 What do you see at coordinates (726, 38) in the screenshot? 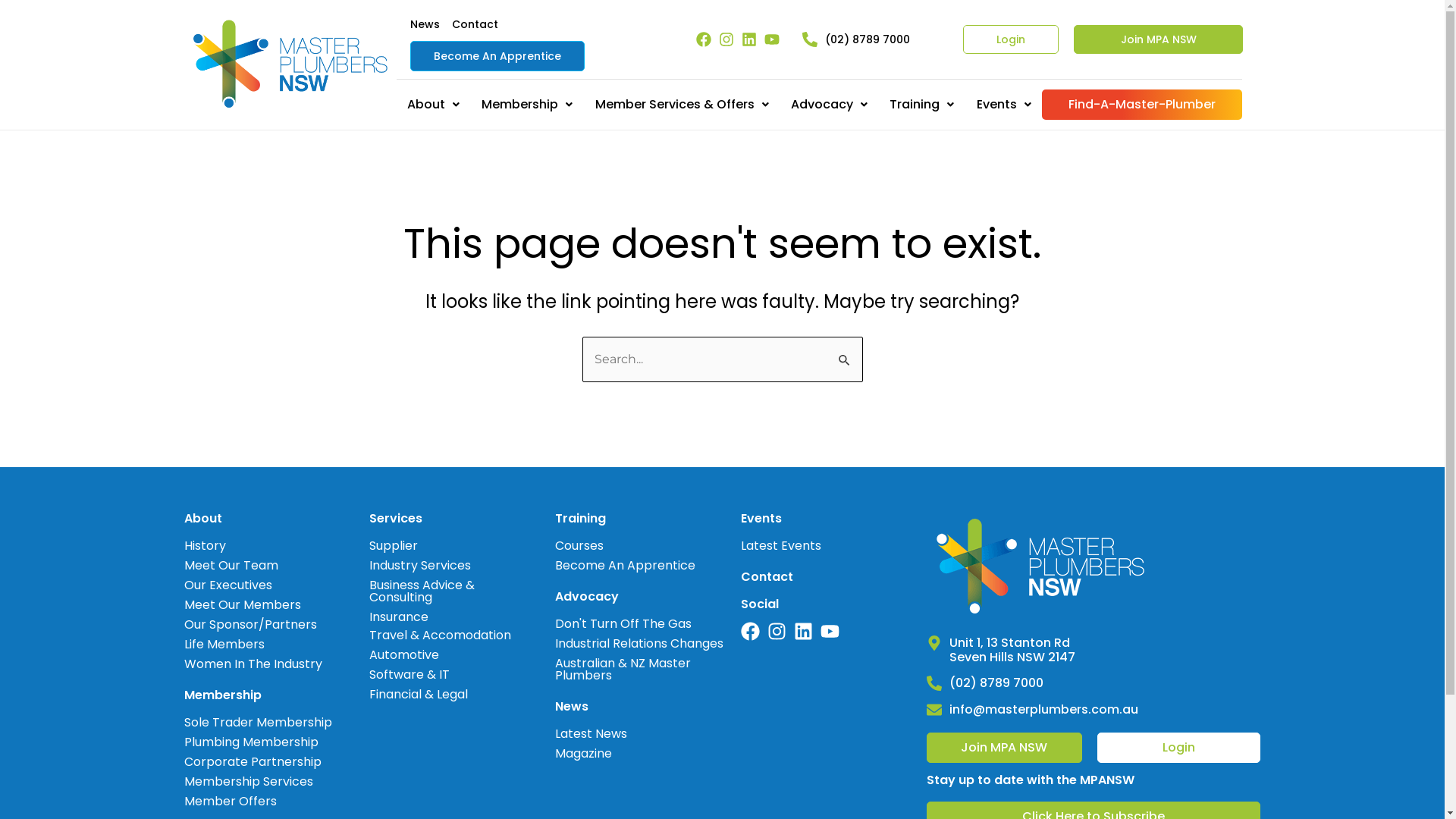
I see `'Instagram'` at bounding box center [726, 38].